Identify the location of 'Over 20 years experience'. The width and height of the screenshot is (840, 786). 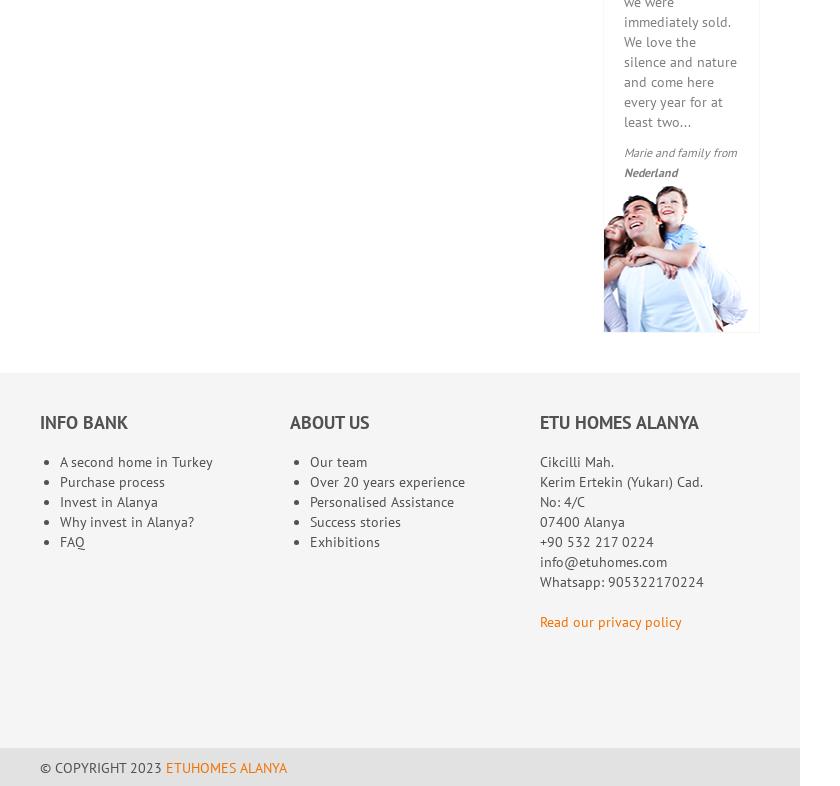
(387, 480).